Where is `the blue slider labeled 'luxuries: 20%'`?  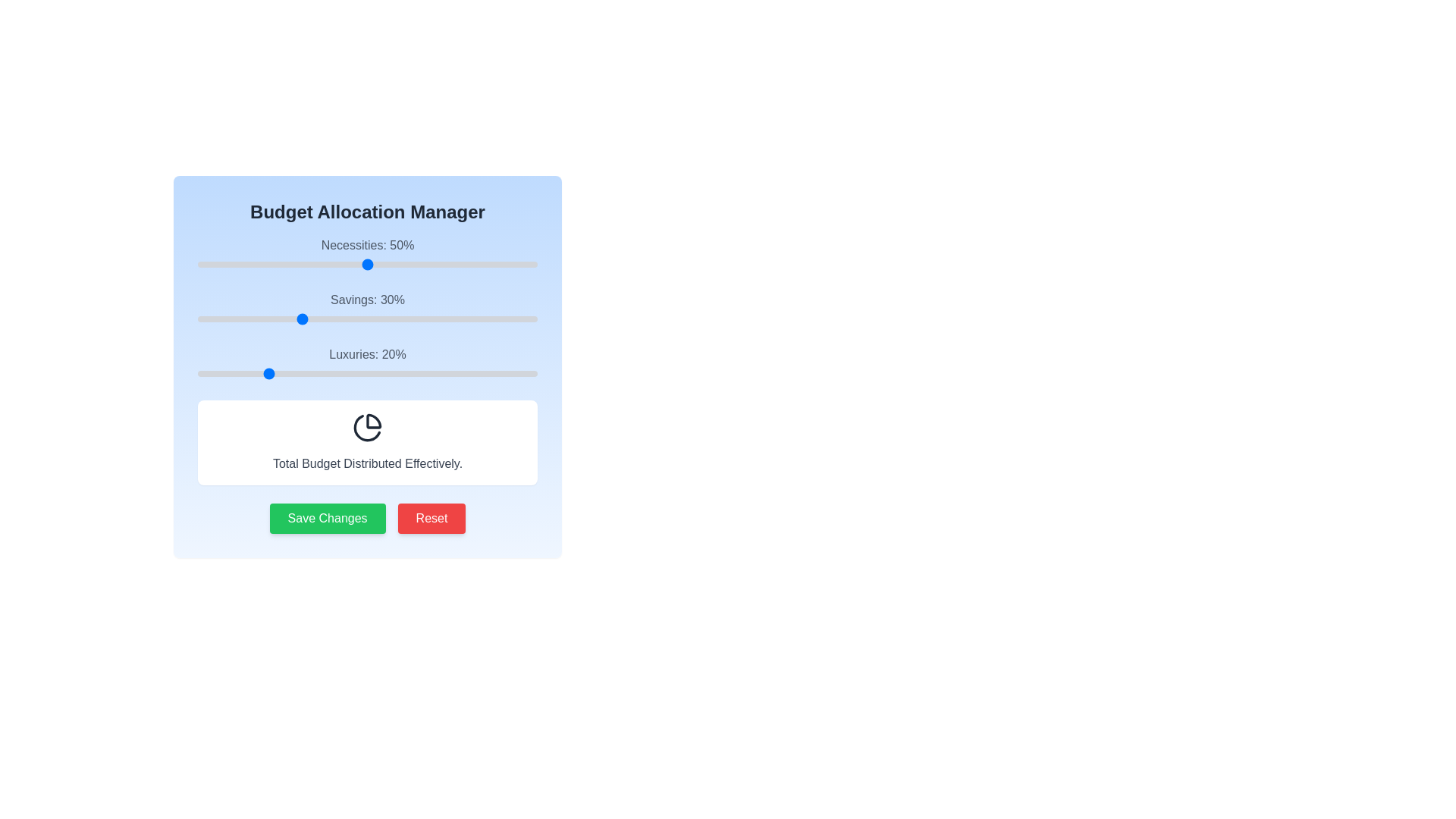 the blue slider labeled 'luxuries: 20%' is located at coordinates (367, 363).